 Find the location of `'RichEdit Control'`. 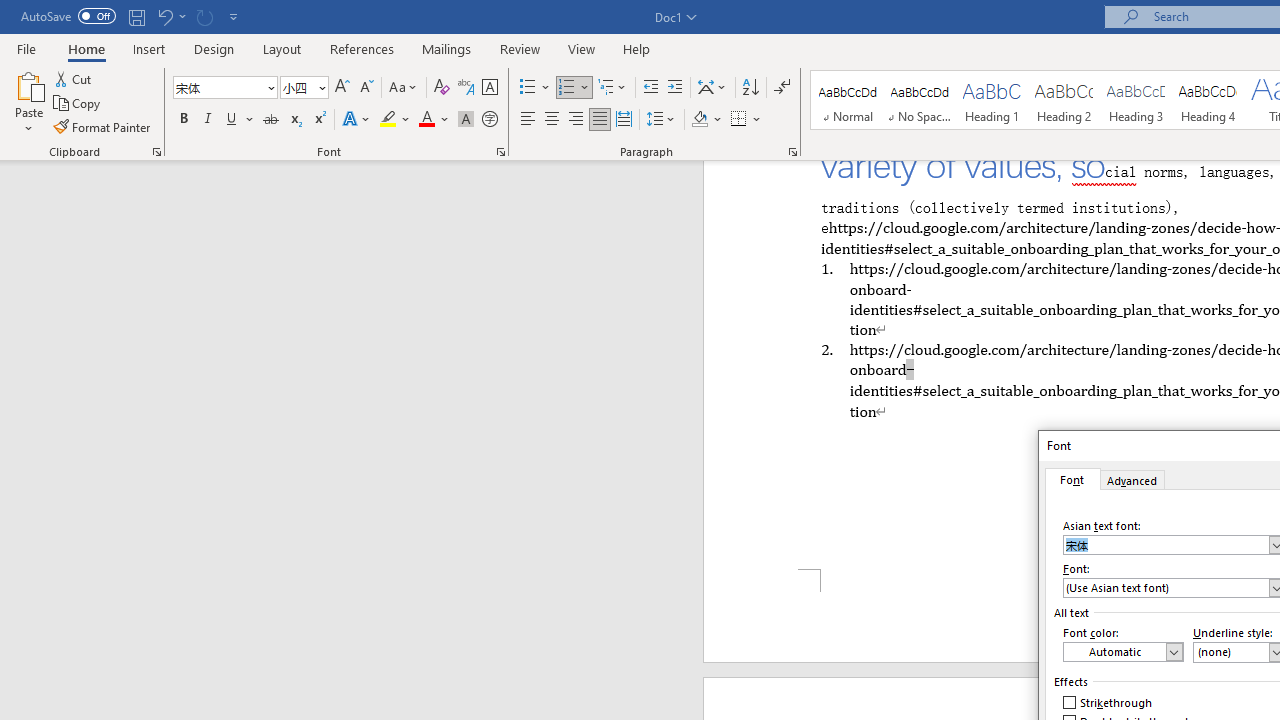

'RichEdit Control' is located at coordinates (1166, 586).